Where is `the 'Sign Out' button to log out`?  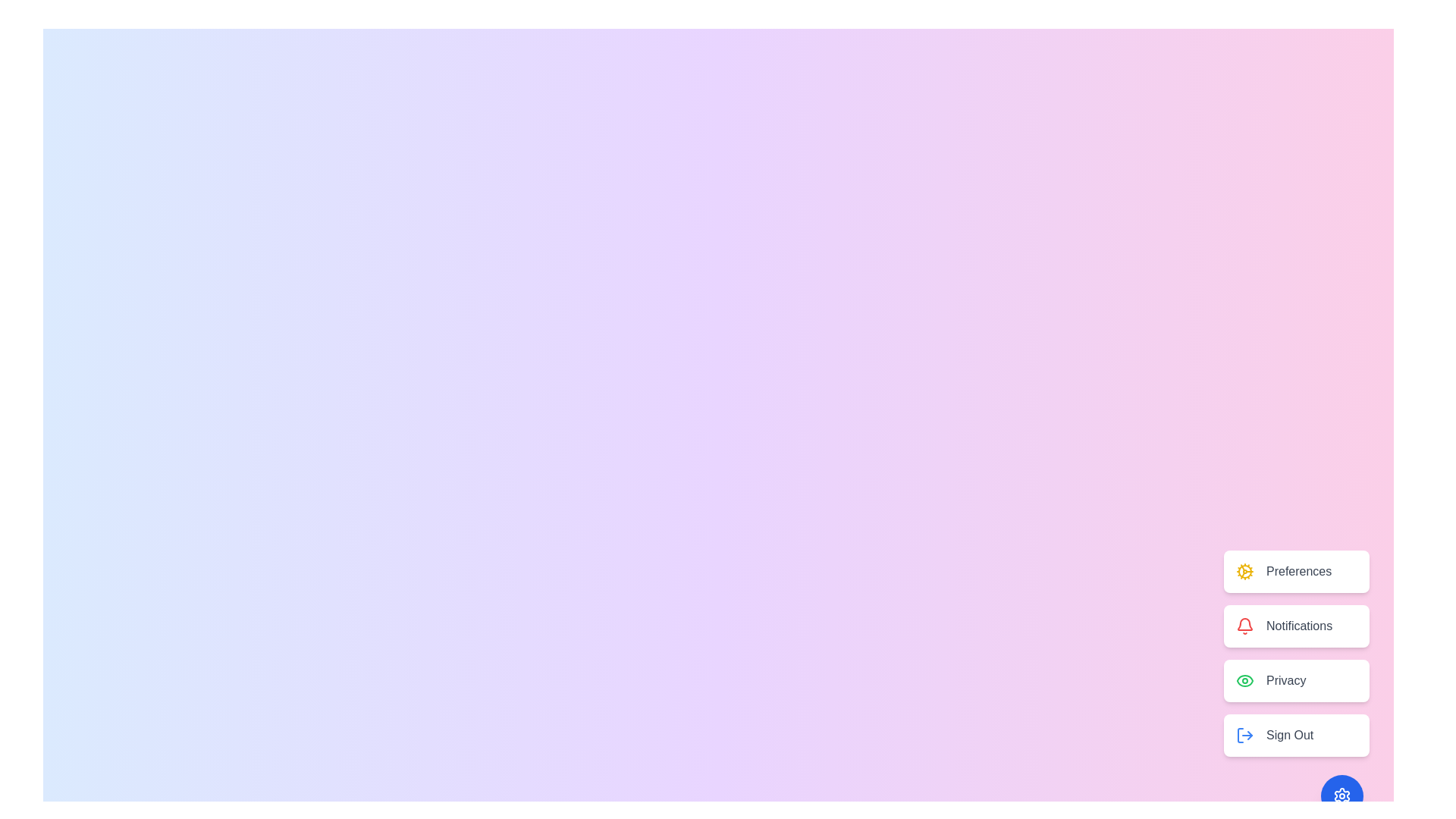 the 'Sign Out' button to log out is located at coordinates (1295, 734).